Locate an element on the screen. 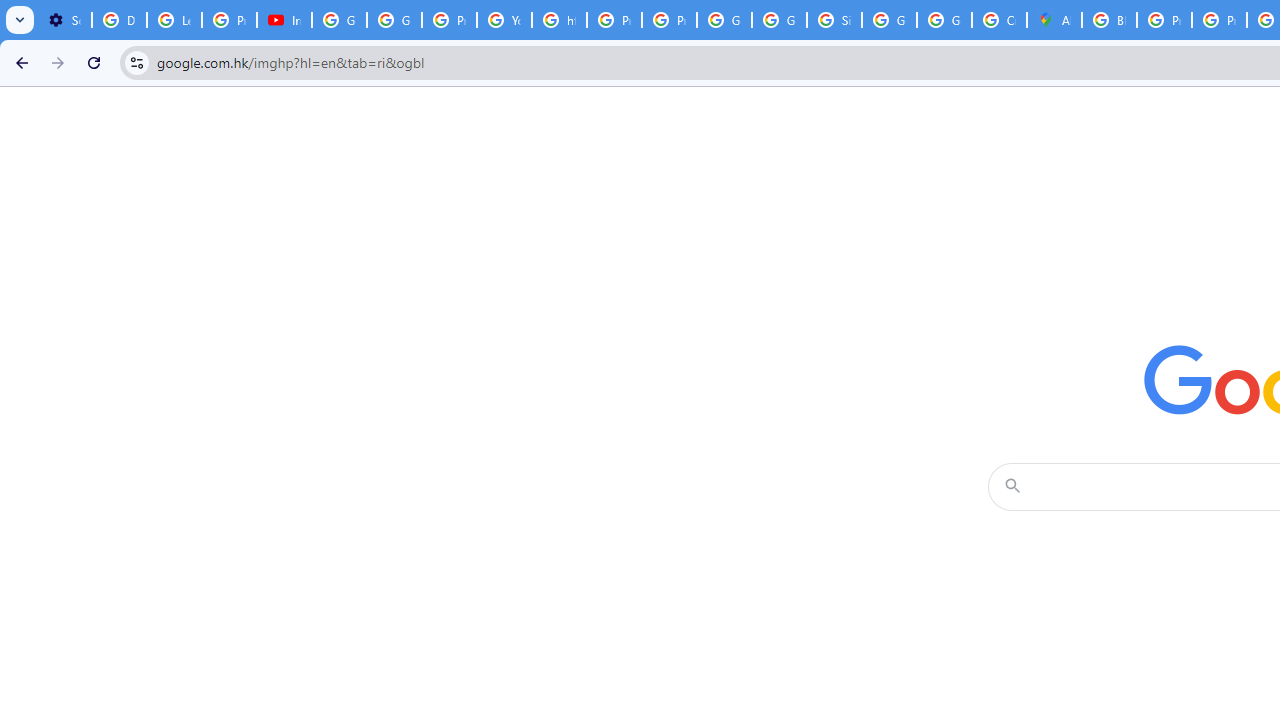 The height and width of the screenshot is (720, 1280). 'Sign in - Google Accounts' is located at coordinates (833, 20).